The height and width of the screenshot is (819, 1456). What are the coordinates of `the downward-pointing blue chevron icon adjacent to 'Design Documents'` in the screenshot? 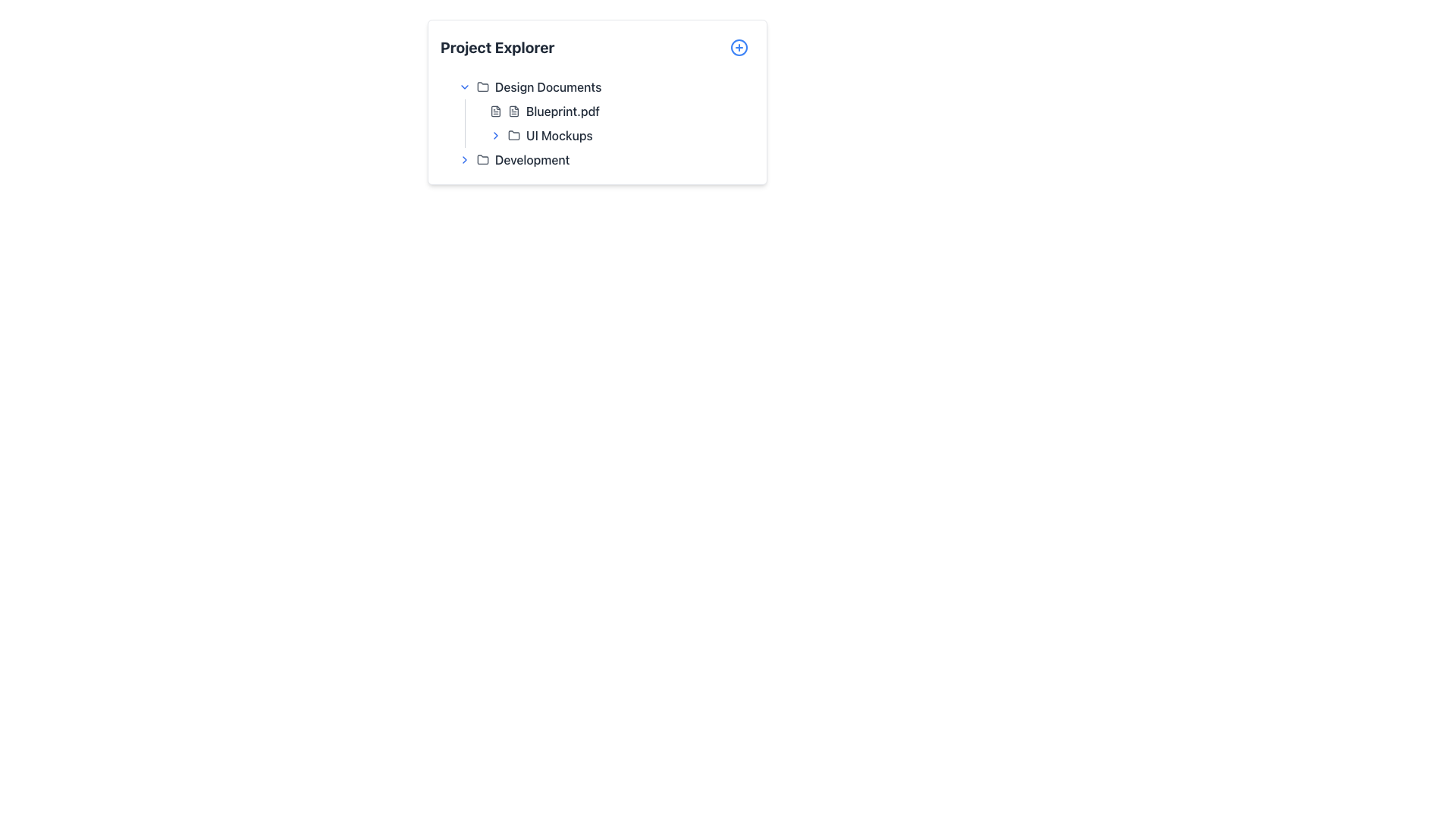 It's located at (464, 87).